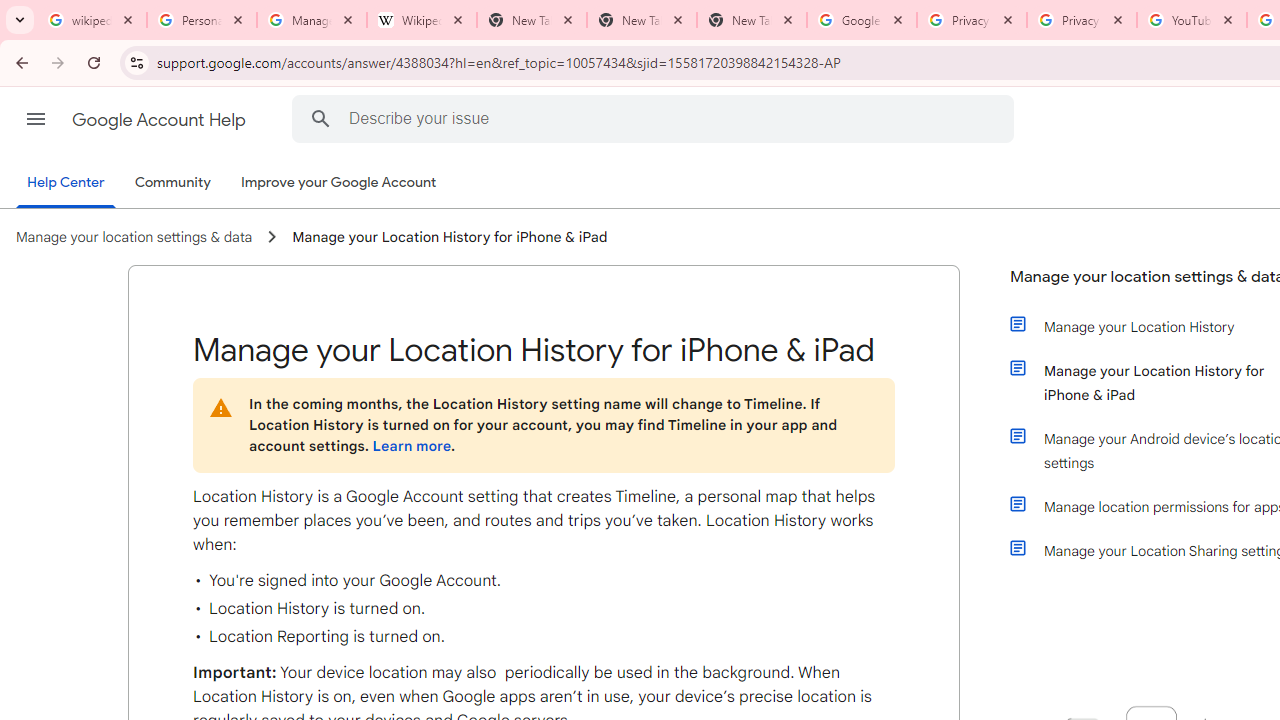 The image size is (1280, 720). I want to click on 'Community', so click(172, 183).